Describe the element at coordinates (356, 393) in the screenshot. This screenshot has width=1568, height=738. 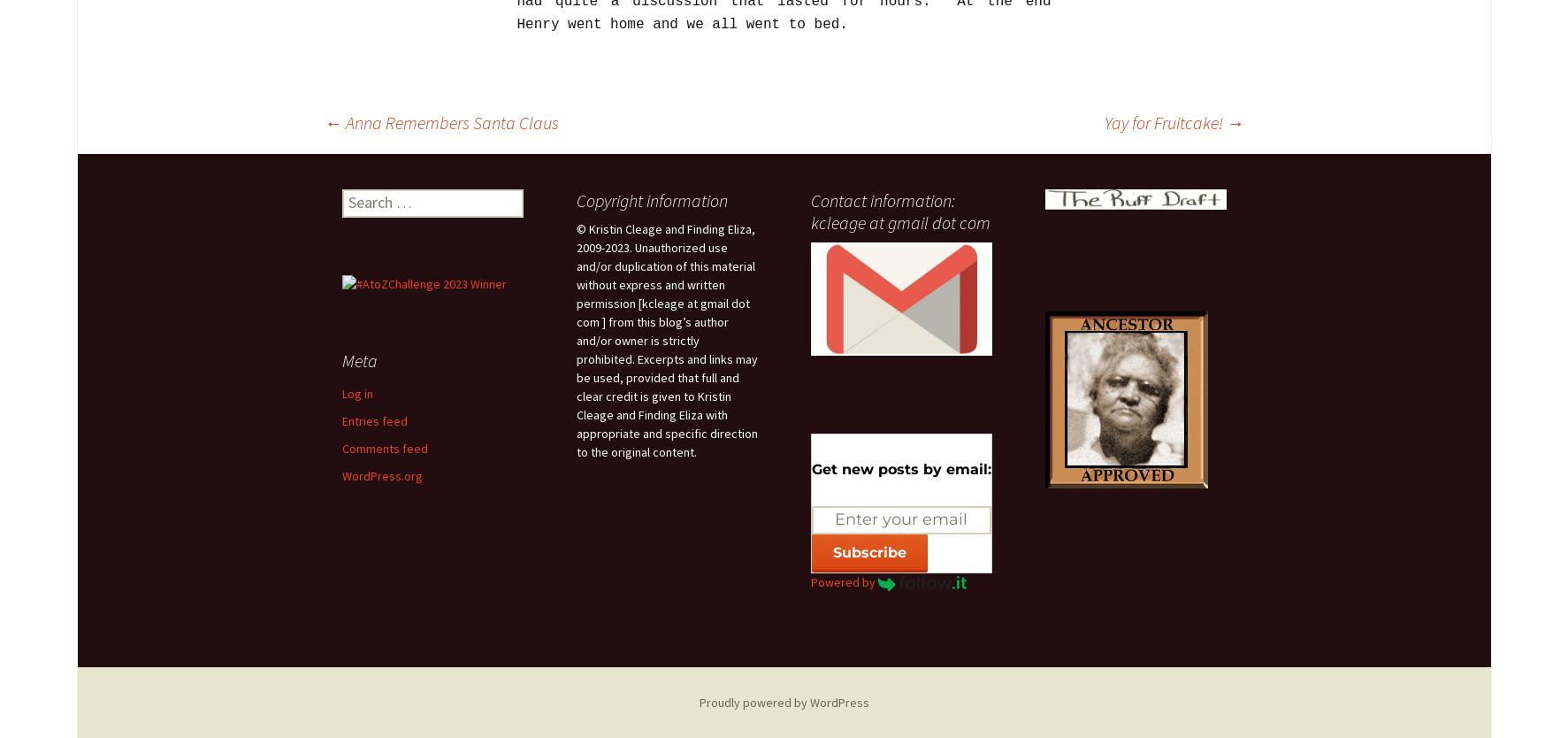
I see `'Log in'` at that location.